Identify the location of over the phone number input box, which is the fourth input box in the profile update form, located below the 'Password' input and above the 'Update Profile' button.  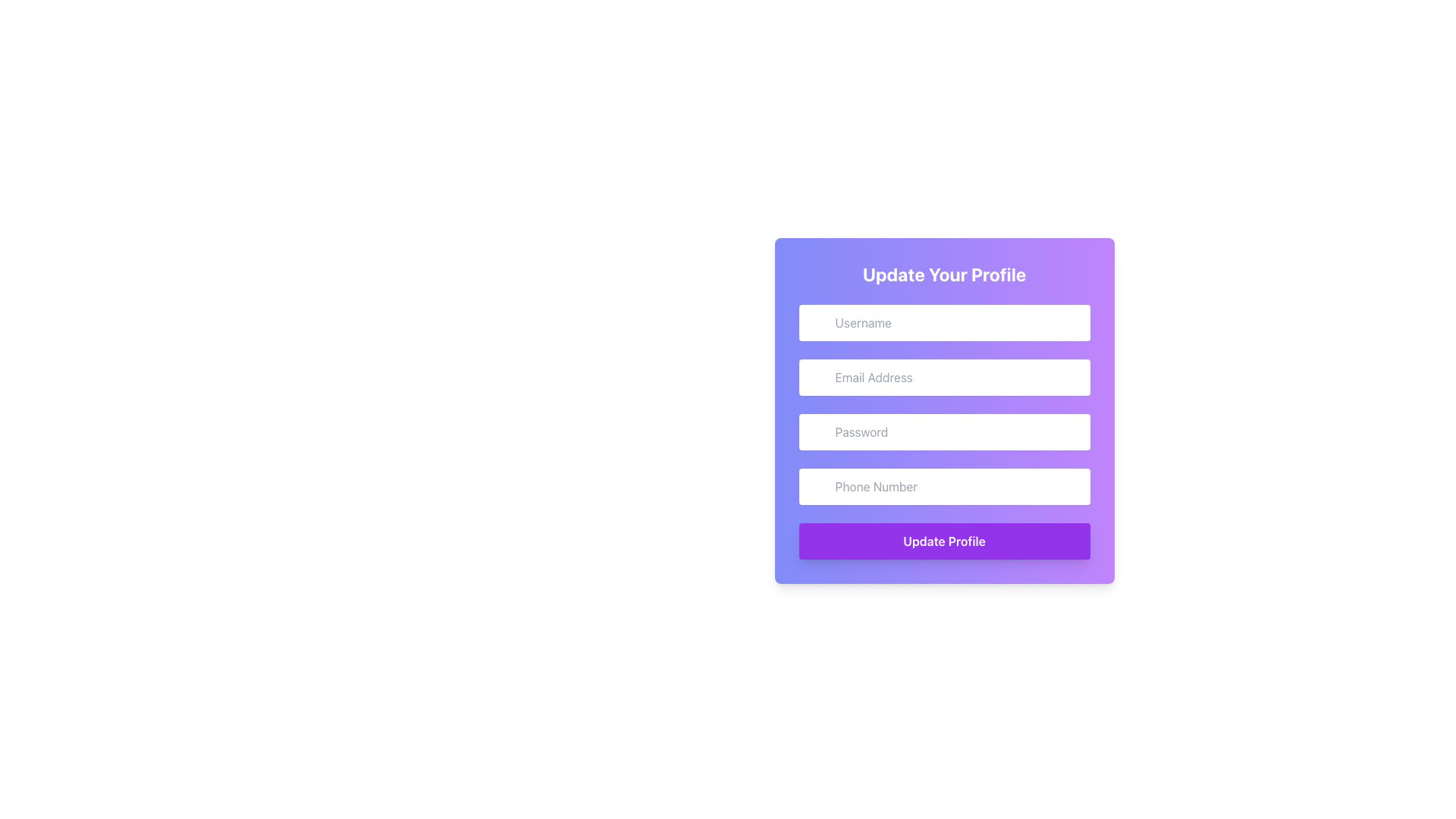
(943, 486).